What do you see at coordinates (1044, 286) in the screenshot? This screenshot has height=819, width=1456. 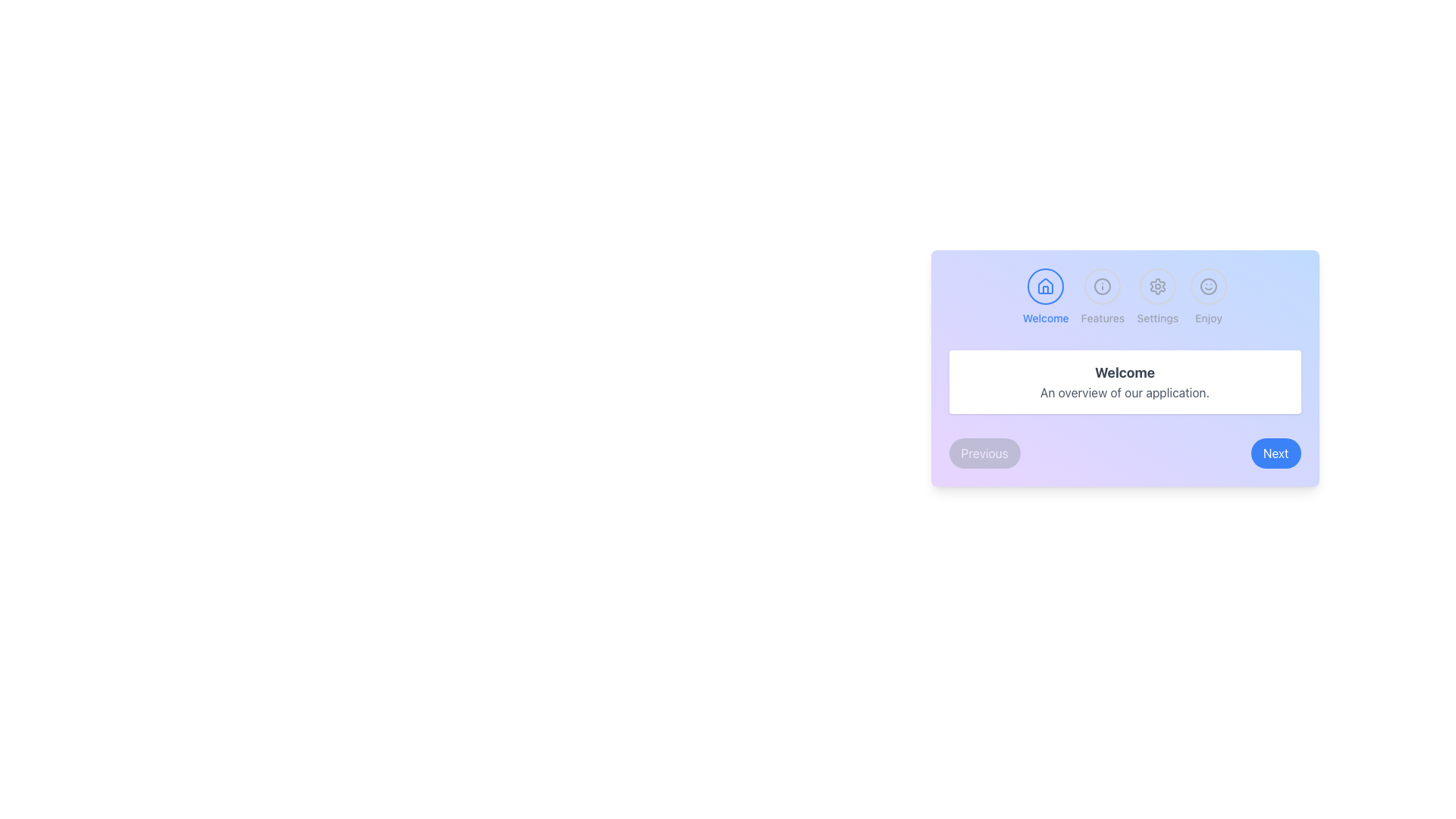 I see `the 'Home' icon located at the far-left of the navigation menu` at bounding box center [1044, 286].